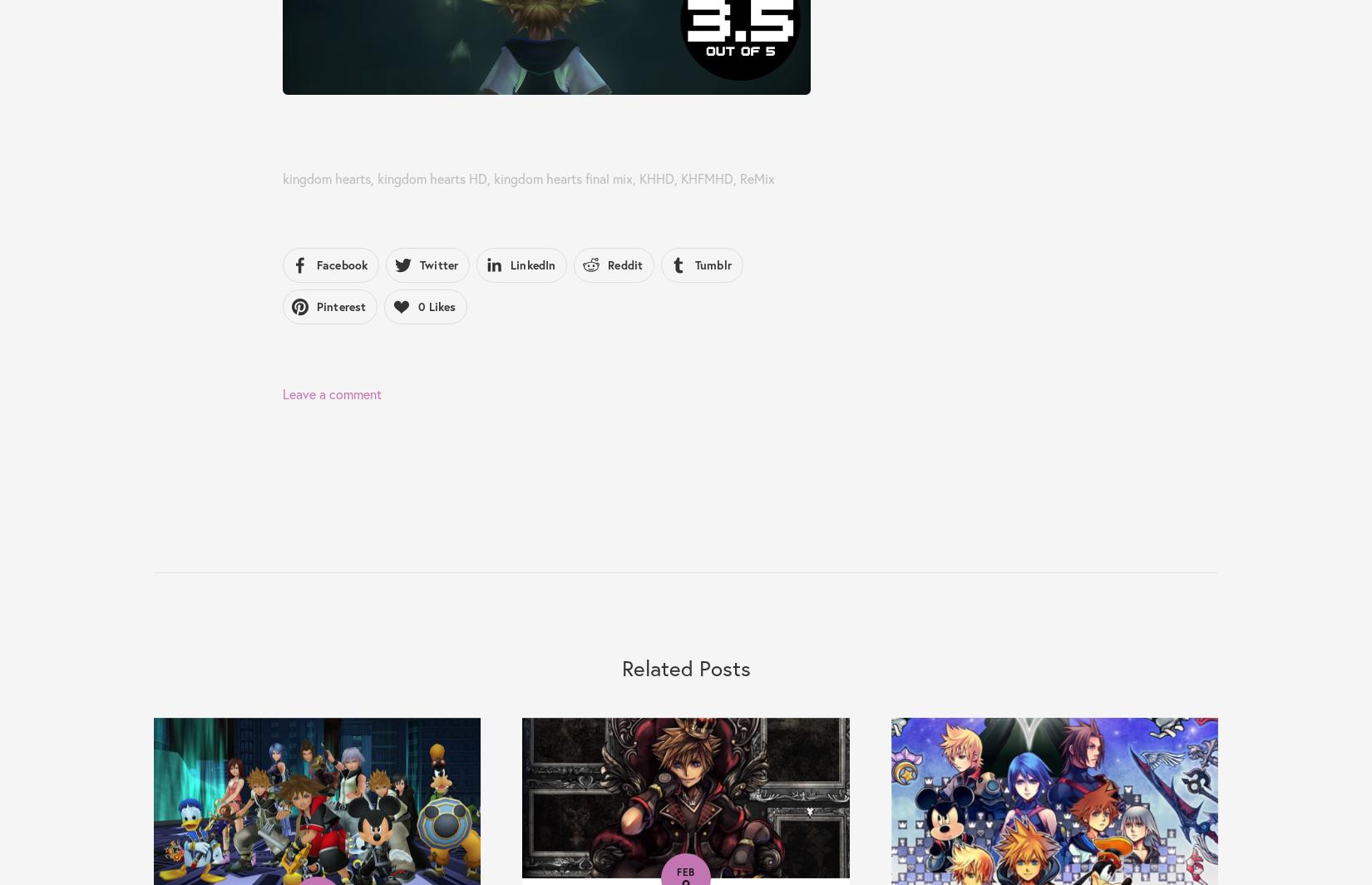 The height and width of the screenshot is (885, 1372). What do you see at coordinates (619, 667) in the screenshot?
I see `'Related Posts'` at bounding box center [619, 667].